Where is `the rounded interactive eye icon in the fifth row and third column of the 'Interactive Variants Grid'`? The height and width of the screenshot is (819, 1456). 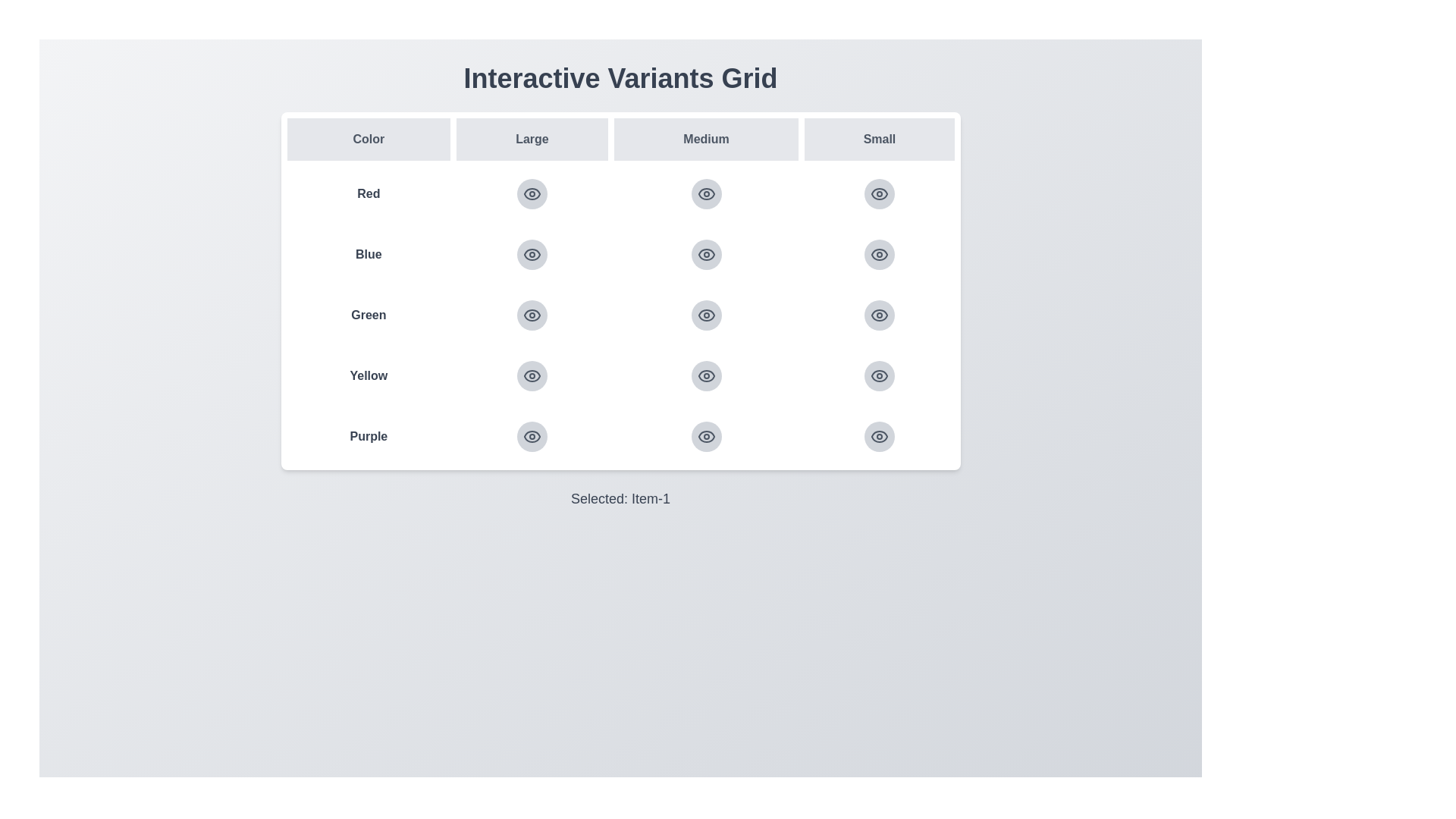
the rounded interactive eye icon in the fifth row and third column of the 'Interactive Variants Grid' is located at coordinates (878, 436).